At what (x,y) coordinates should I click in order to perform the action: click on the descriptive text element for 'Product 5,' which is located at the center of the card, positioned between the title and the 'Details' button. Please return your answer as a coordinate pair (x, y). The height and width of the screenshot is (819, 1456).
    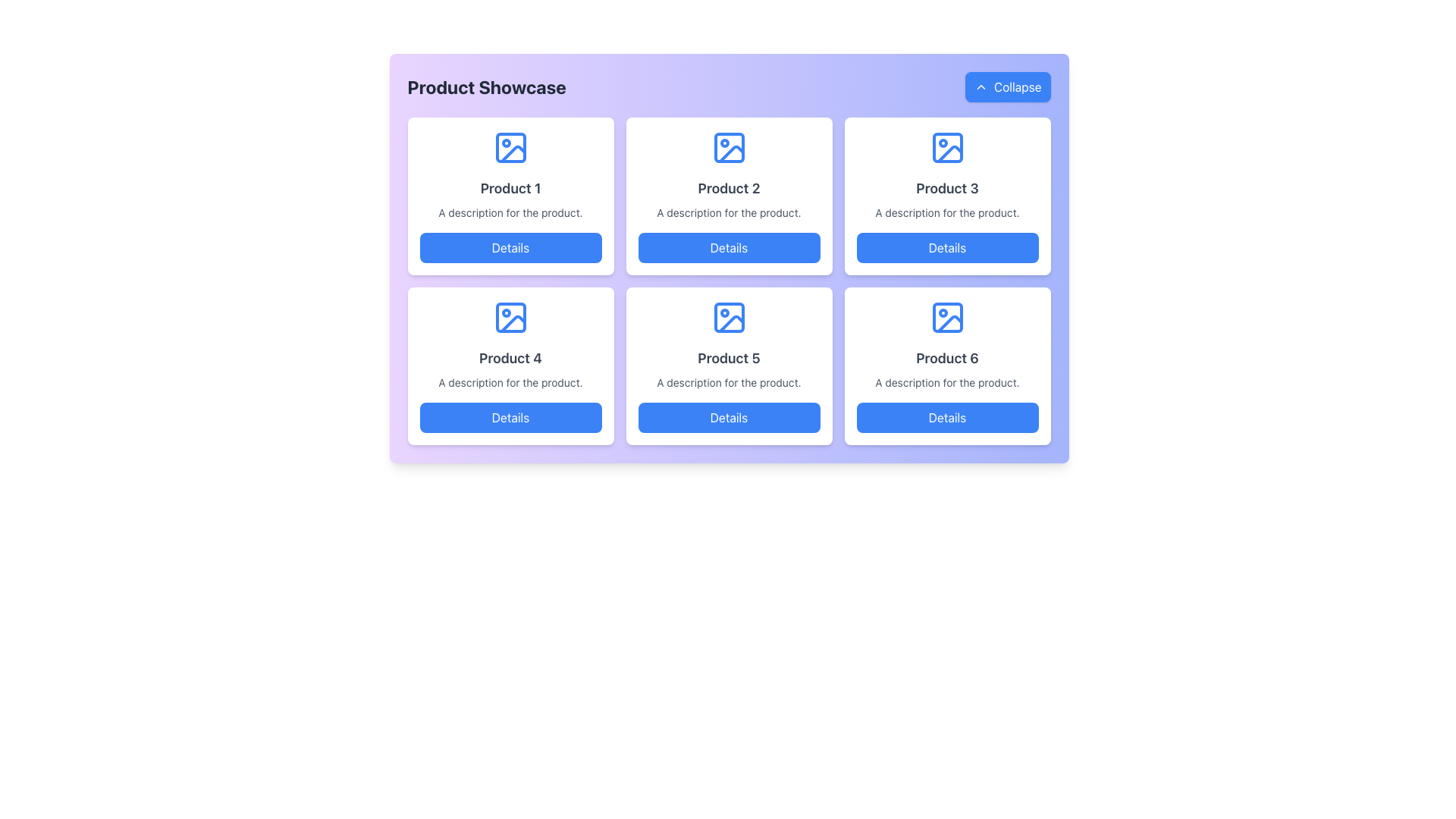
    Looking at the image, I should click on (729, 382).